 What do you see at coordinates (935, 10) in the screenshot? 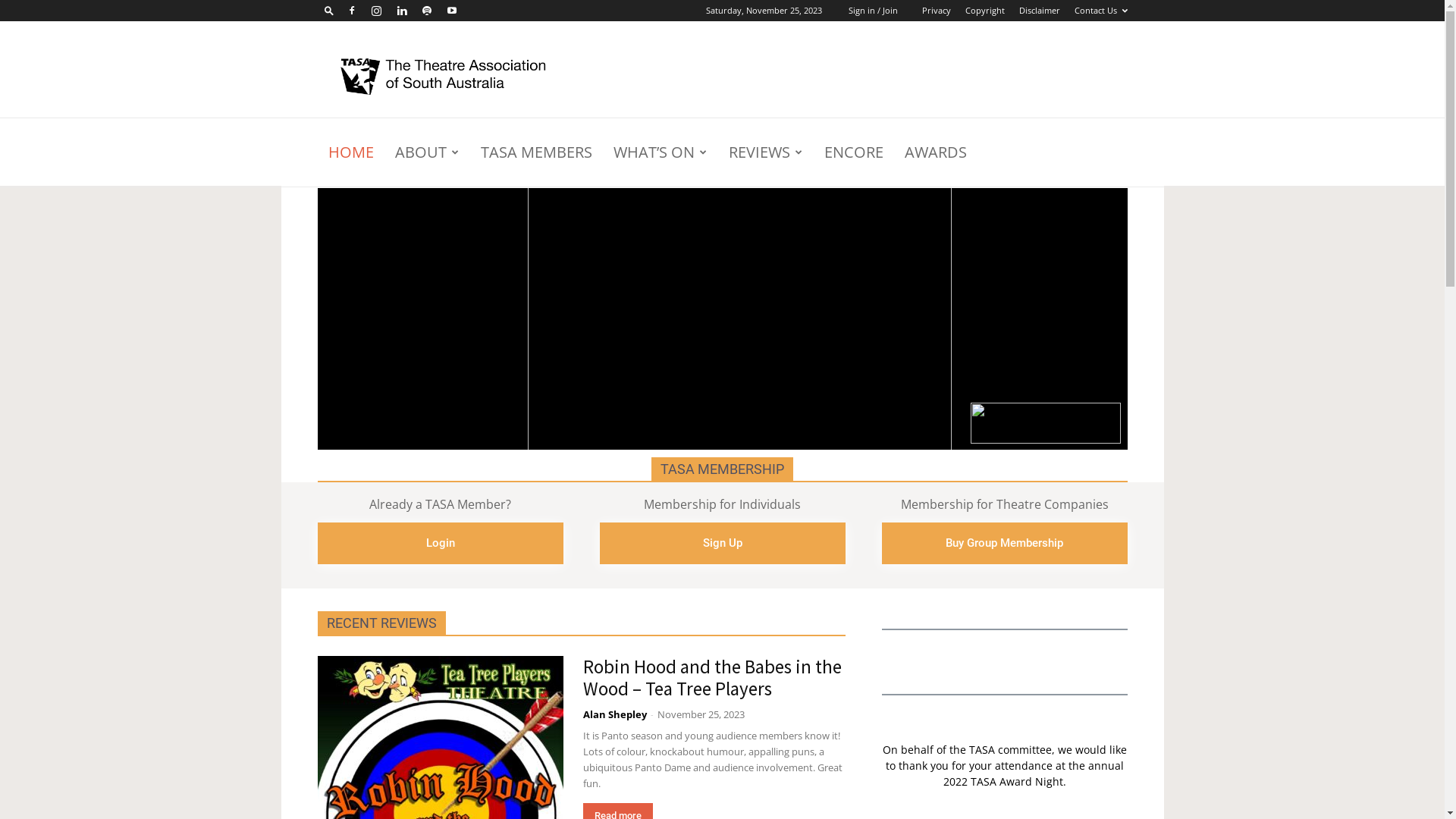
I see `'Privacy'` at bounding box center [935, 10].